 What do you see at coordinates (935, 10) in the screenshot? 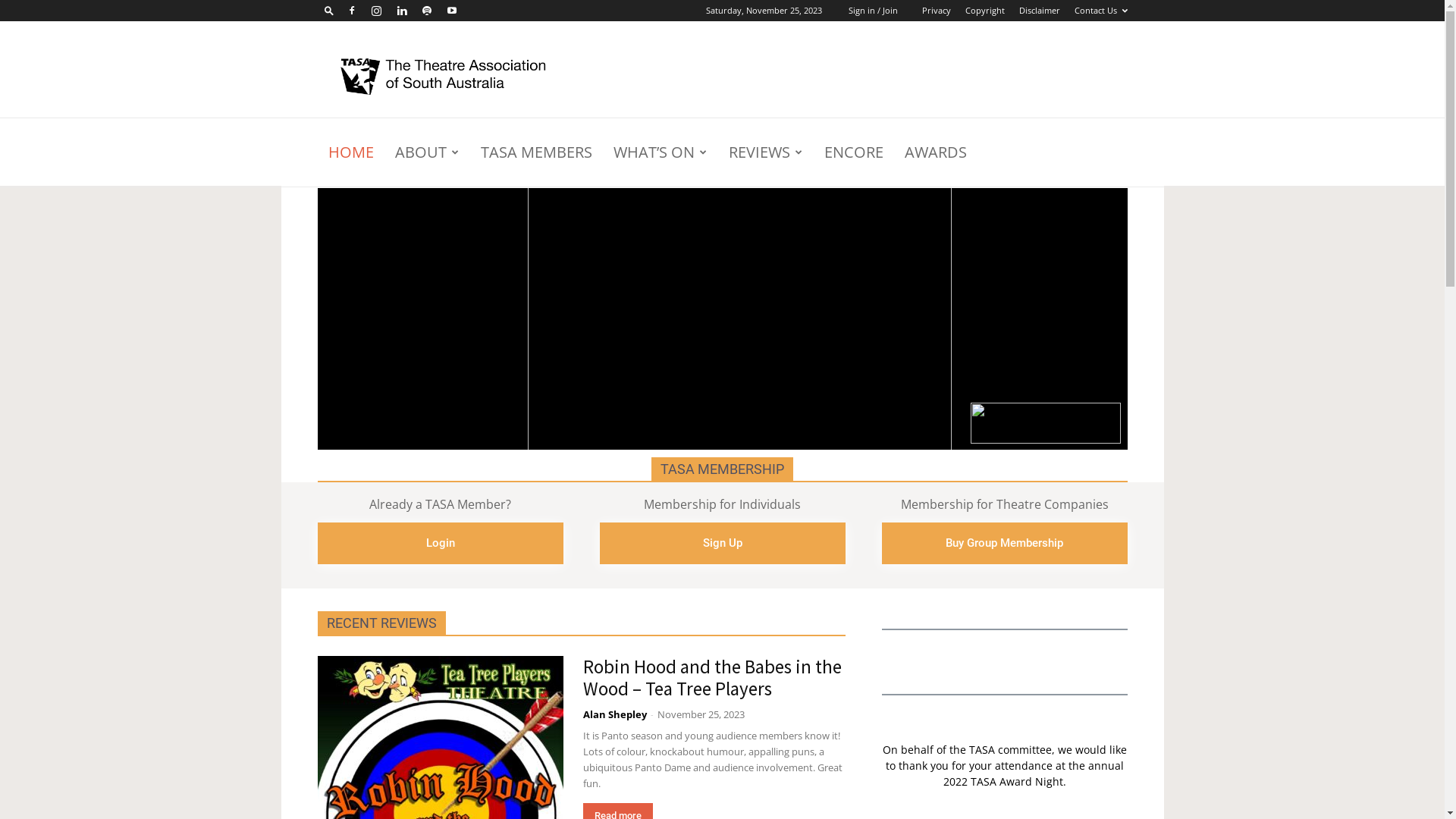
I see `'Privacy'` at bounding box center [935, 10].